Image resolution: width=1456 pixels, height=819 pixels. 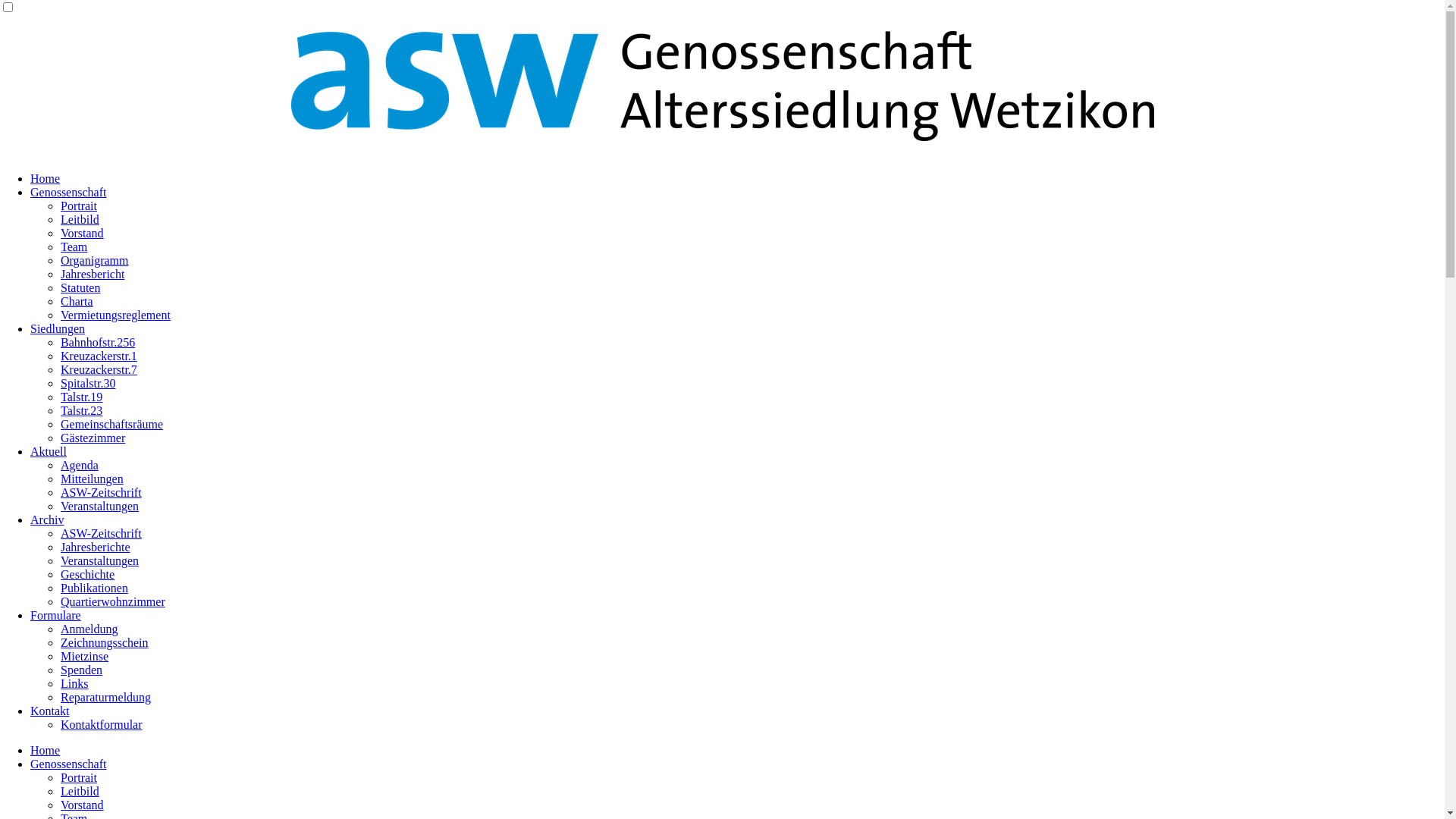 What do you see at coordinates (73, 246) in the screenshot?
I see `'Team'` at bounding box center [73, 246].